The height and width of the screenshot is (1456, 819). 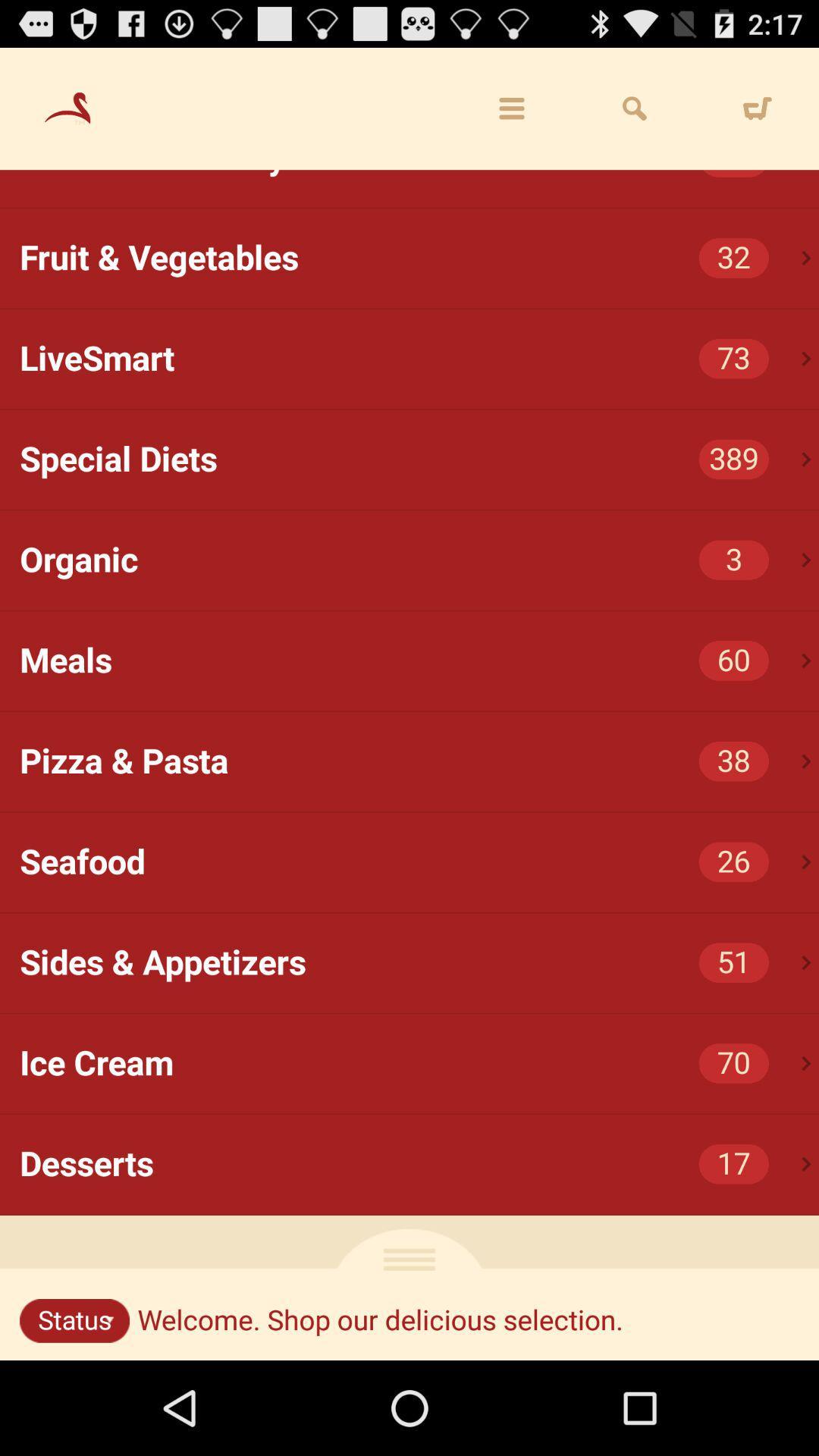 I want to click on the 3 icon, so click(x=733, y=559).